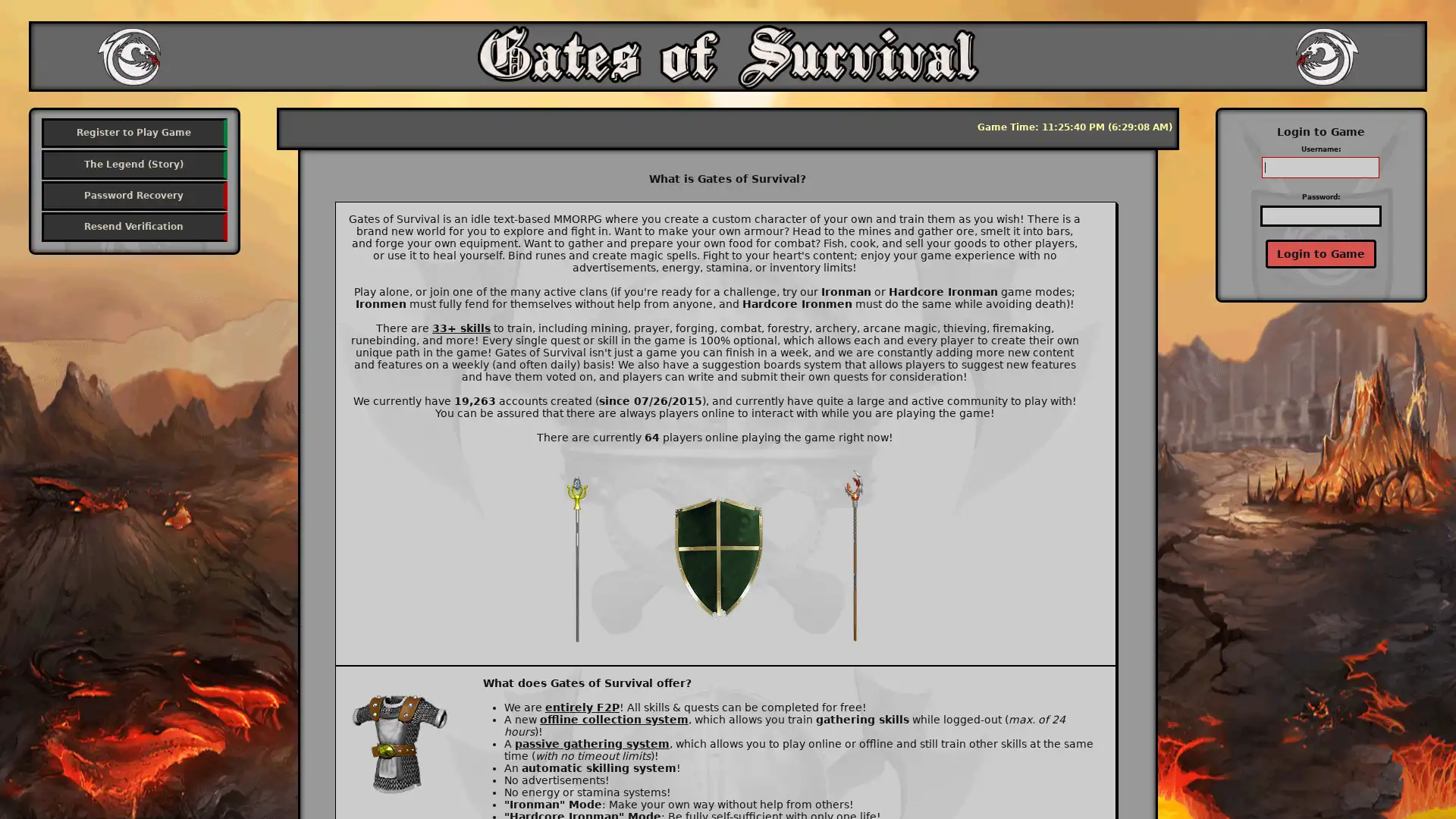 The image size is (1456, 819). What do you see at coordinates (1320, 253) in the screenshot?
I see `Login to Game` at bounding box center [1320, 253].